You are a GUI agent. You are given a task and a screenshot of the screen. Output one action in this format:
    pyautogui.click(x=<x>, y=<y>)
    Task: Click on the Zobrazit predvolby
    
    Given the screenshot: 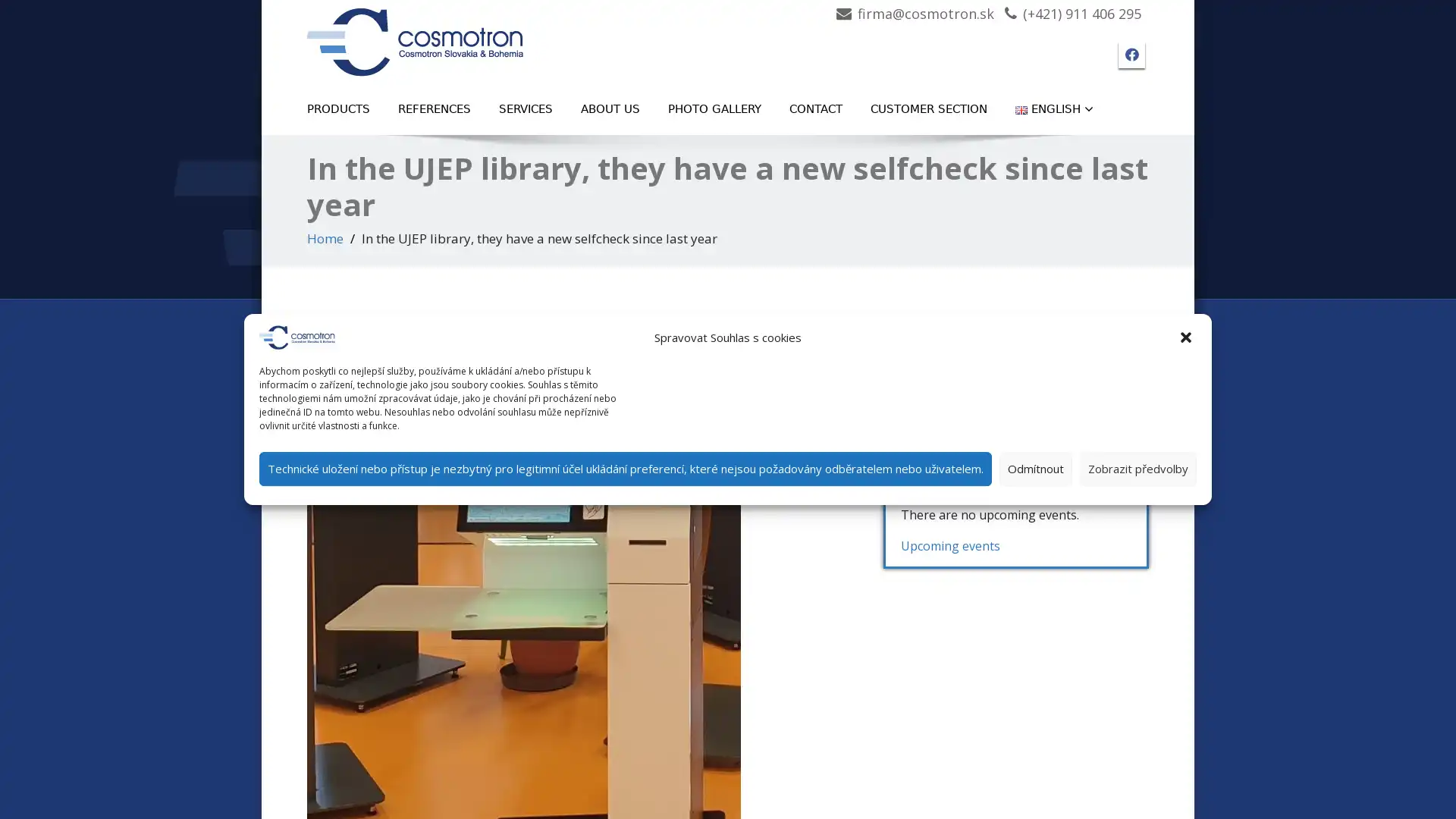 What is the action you would take?
    pyautogui.click(x=1138, y=467)
    